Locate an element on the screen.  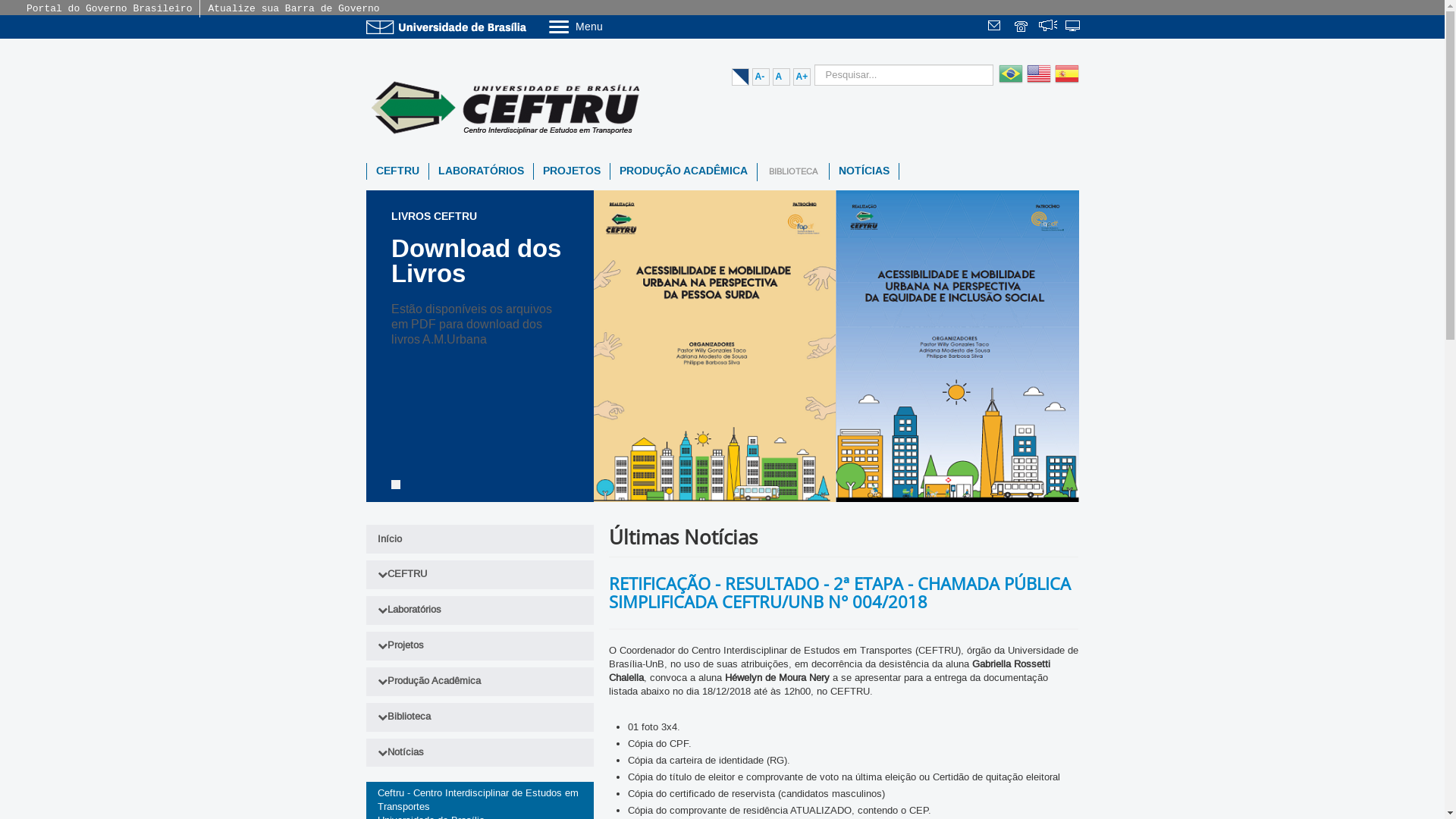
'A-' is located at coordinates (761, 77).